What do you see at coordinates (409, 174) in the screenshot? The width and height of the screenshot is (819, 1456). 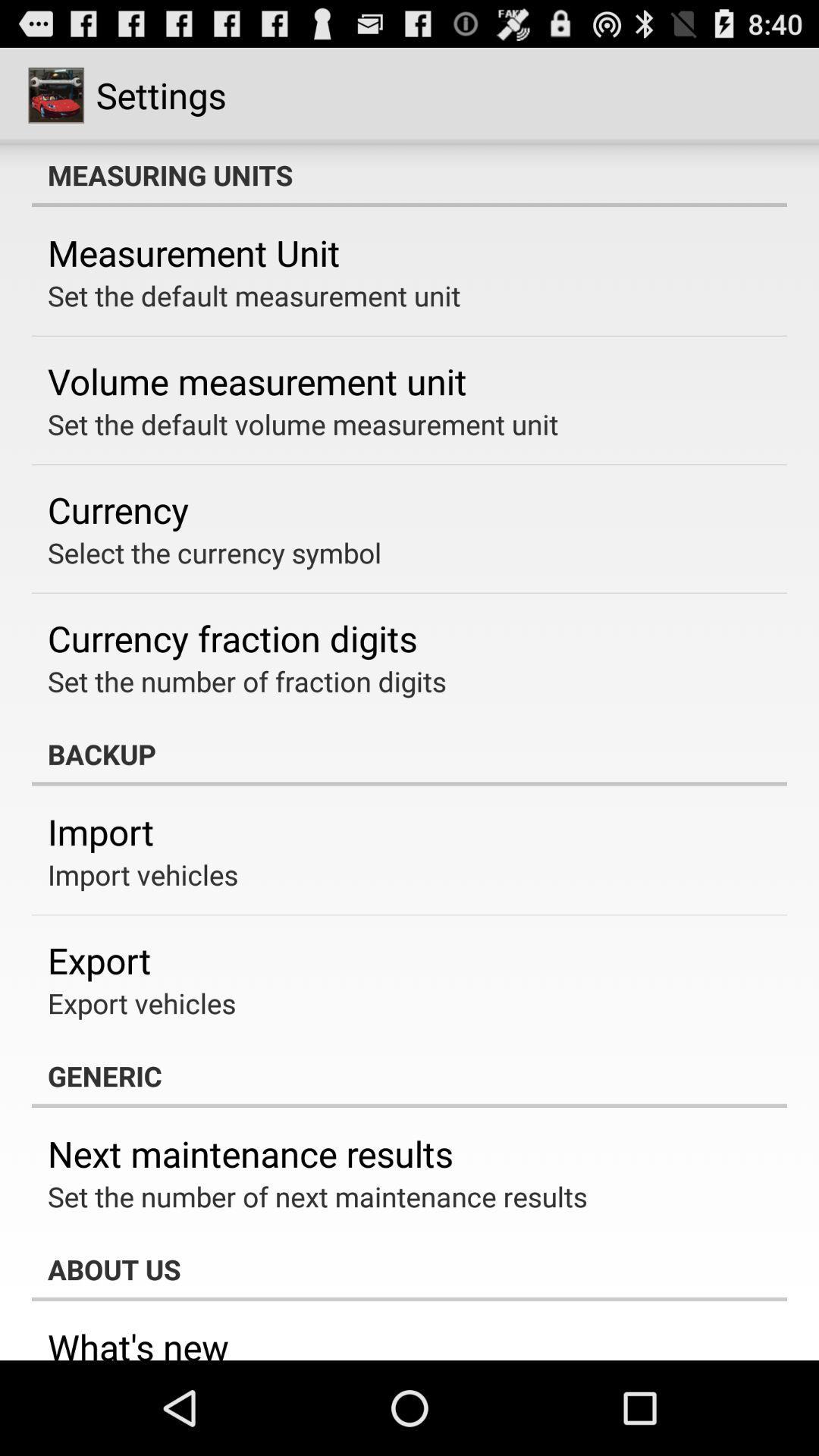 I see `the icon above measurement unit app` at bounding box center [409, 174].